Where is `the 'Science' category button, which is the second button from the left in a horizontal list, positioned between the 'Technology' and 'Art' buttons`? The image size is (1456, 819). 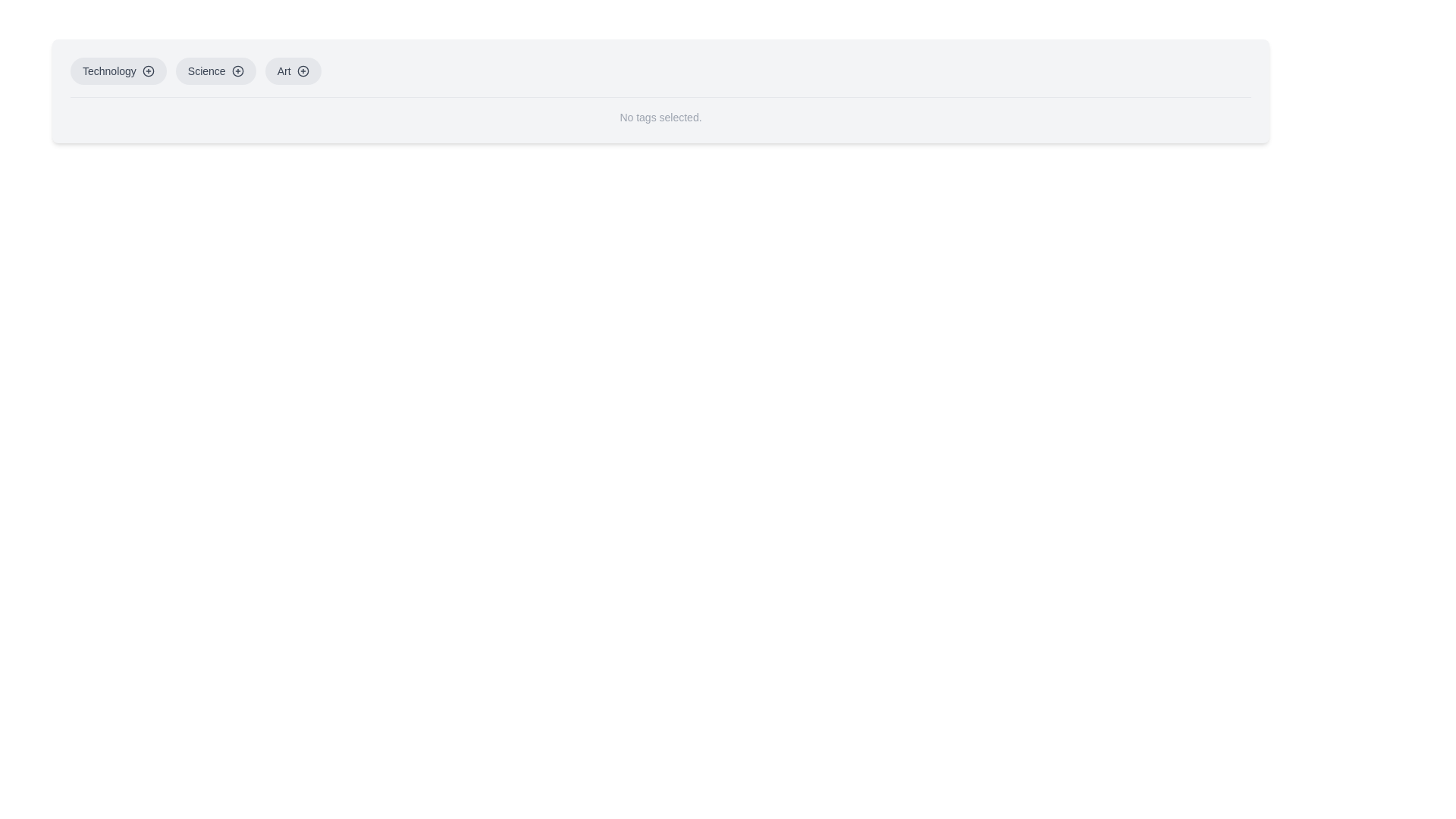 the 'Science' category button, which is the second button from the left in a horizontal list, positioned between the 'Technology' and 'Art' buttons is located at coordinates (206, 71).